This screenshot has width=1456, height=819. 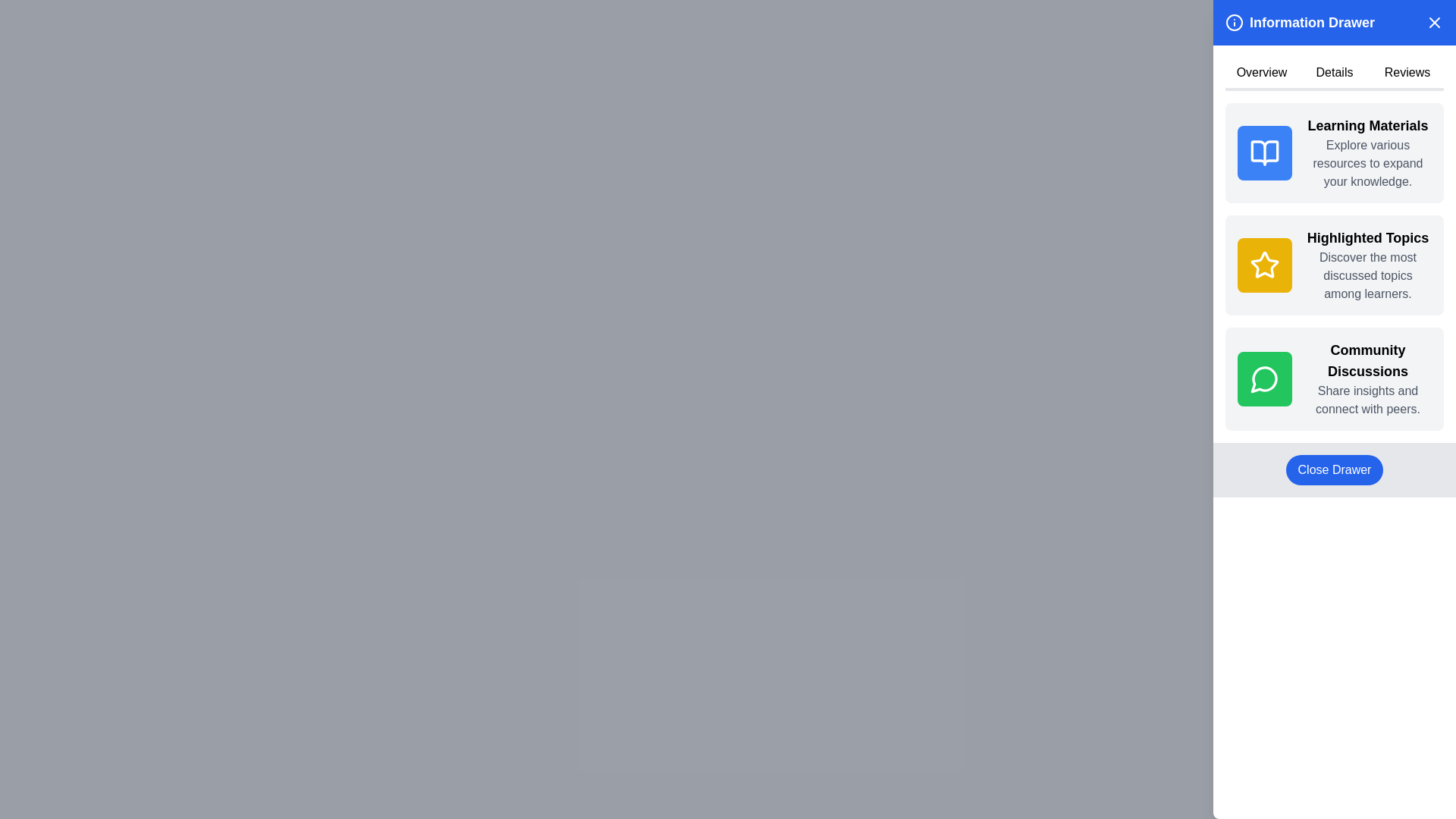 I want to click on on the Informative card located at the bottom of the three content blocks within the 'Information Drawer' section, so click(x=1335, y=378).